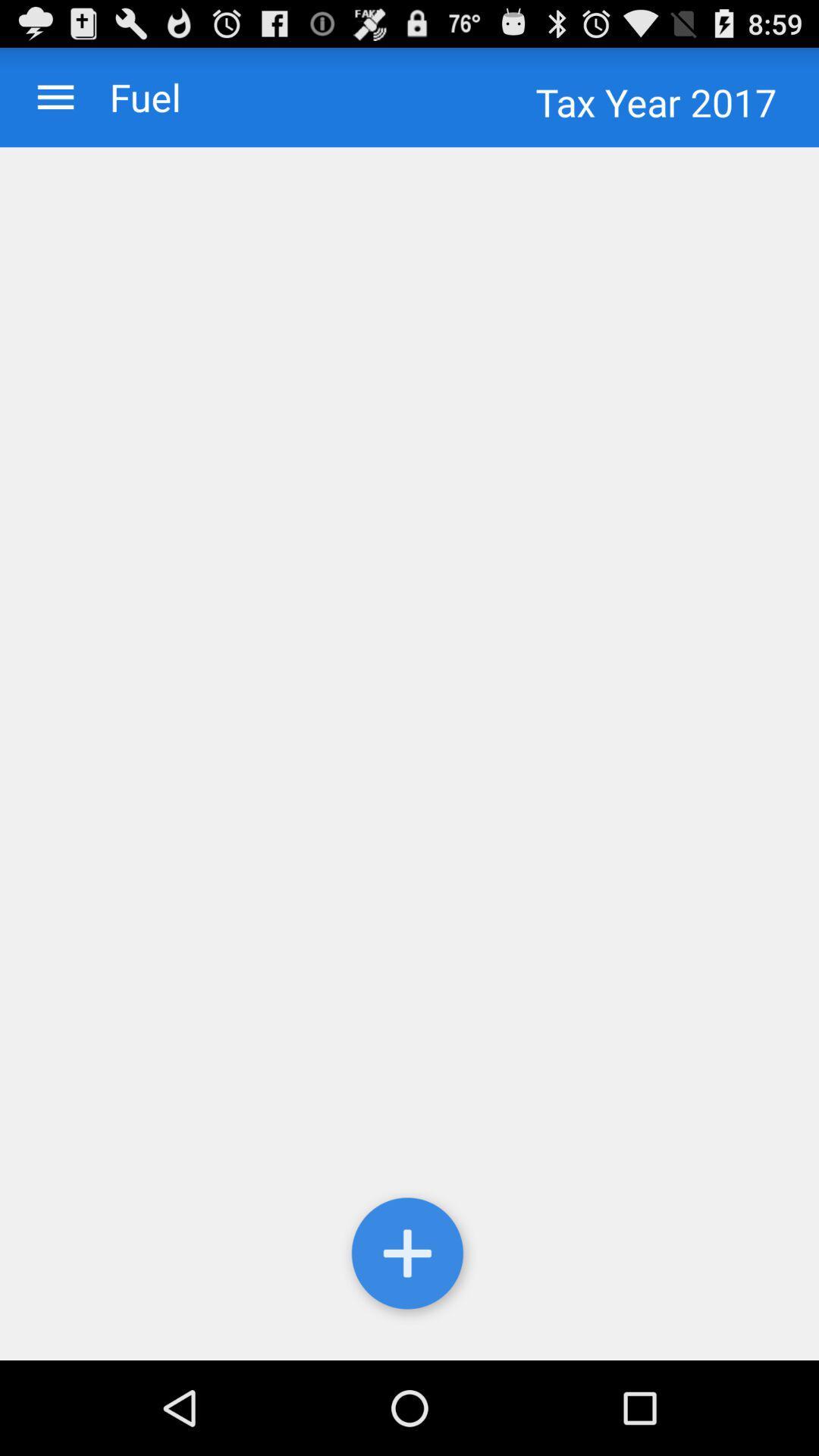  Describe the element at coordinates (409, 1345) in the screenshot. I see `the add icon` at that location.